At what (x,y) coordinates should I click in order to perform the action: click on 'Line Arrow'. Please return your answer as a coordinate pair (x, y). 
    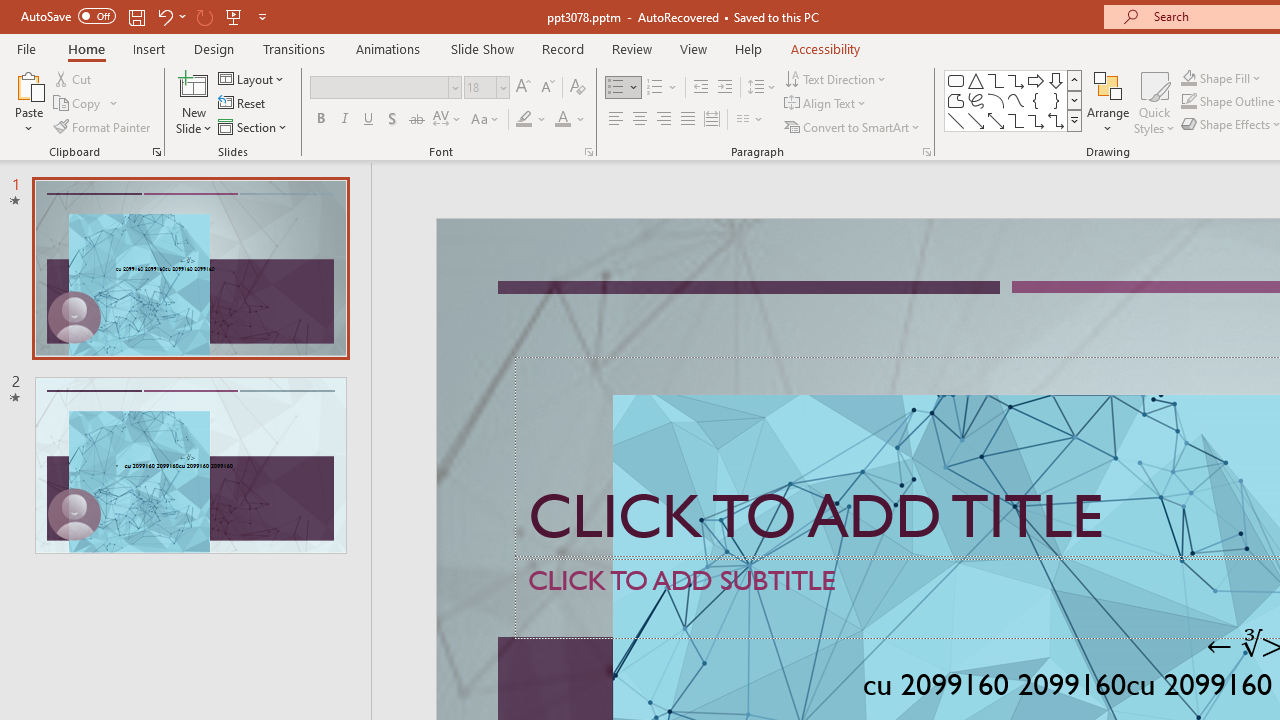
    Looking at the image, I should click on (976, 120).